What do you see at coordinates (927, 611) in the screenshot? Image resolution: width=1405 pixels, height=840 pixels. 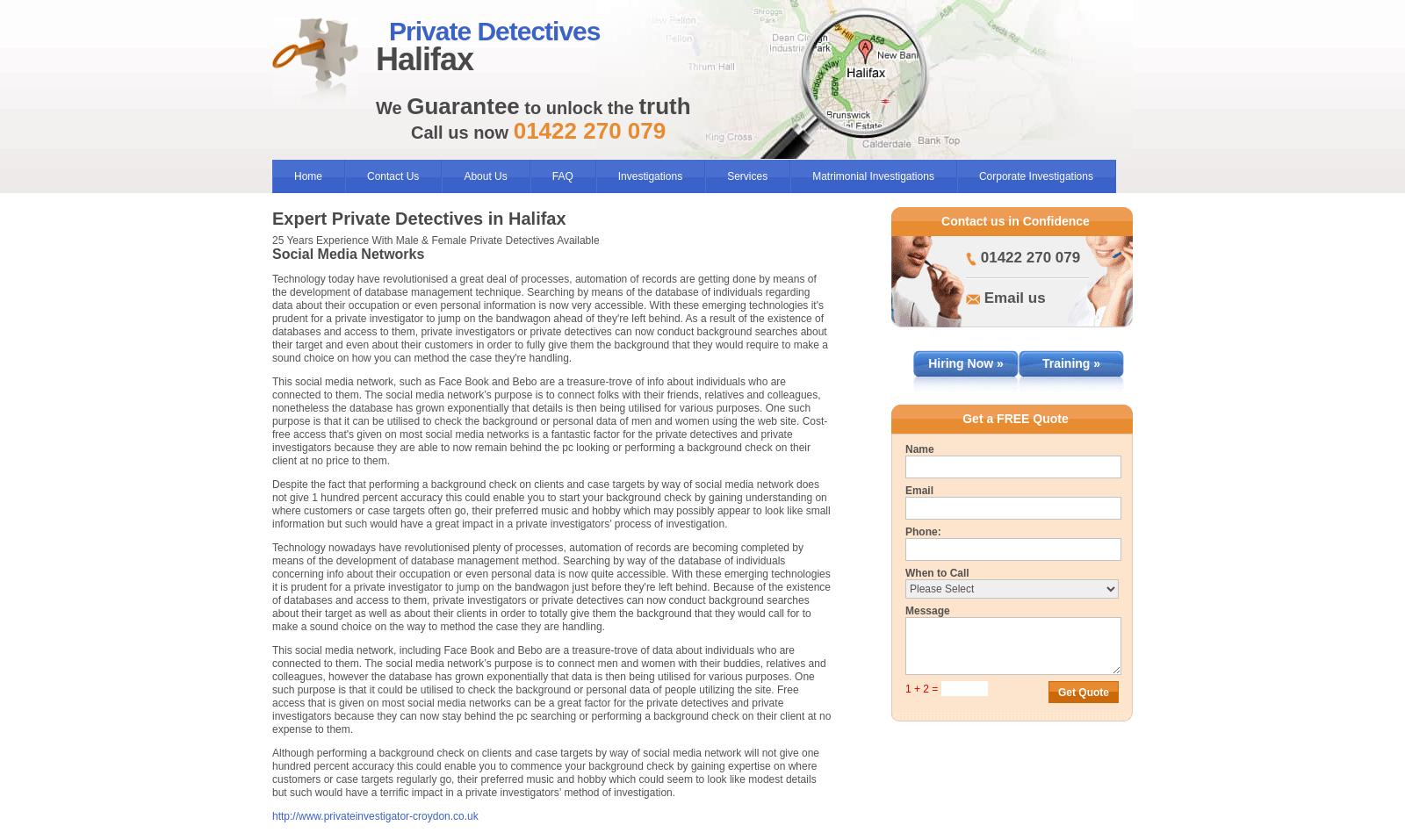 I see `'Message'` at bounding box center [927, 611].